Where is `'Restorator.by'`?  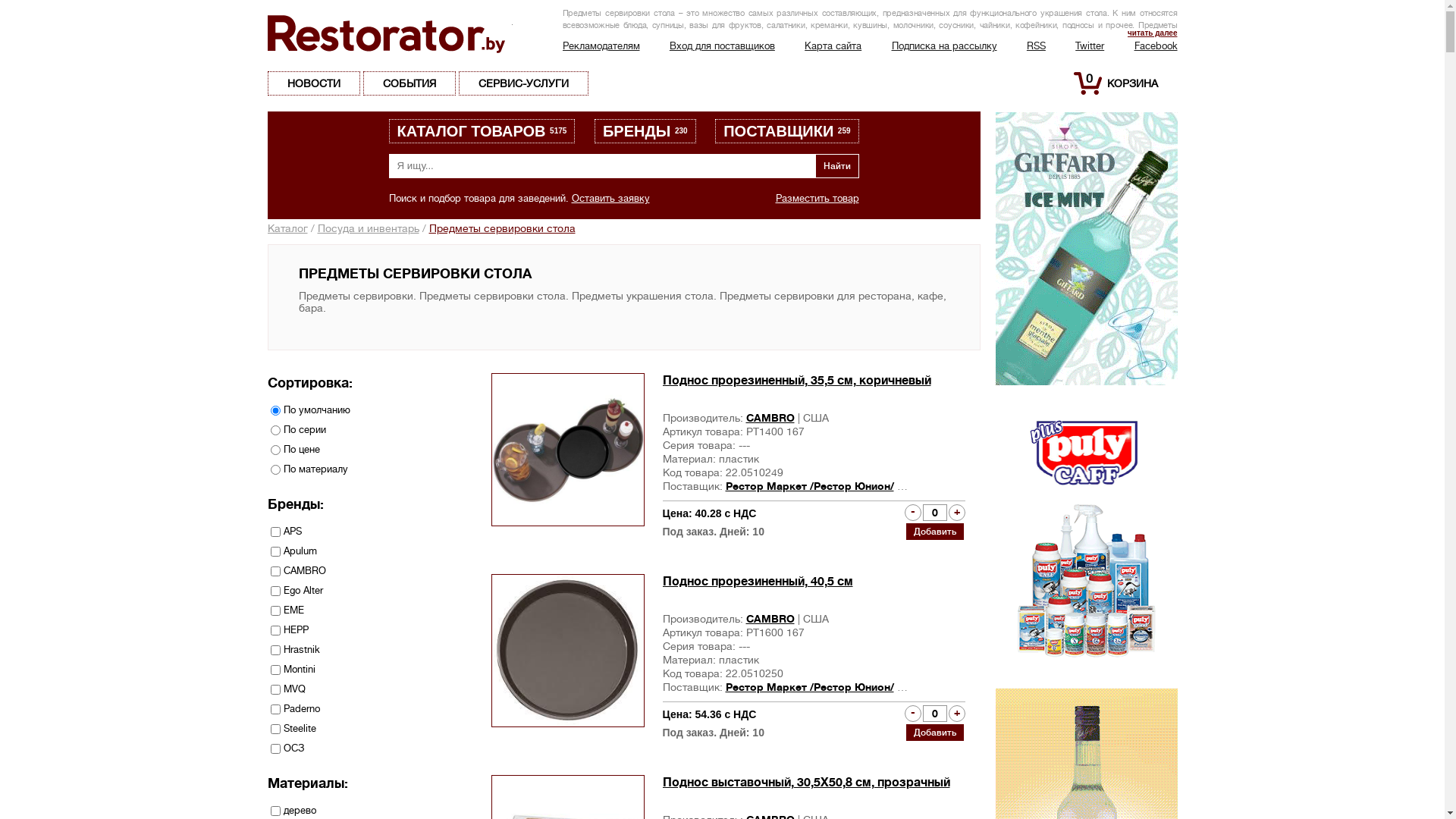
'Restorator.by' is located at coordinates (389, 33).